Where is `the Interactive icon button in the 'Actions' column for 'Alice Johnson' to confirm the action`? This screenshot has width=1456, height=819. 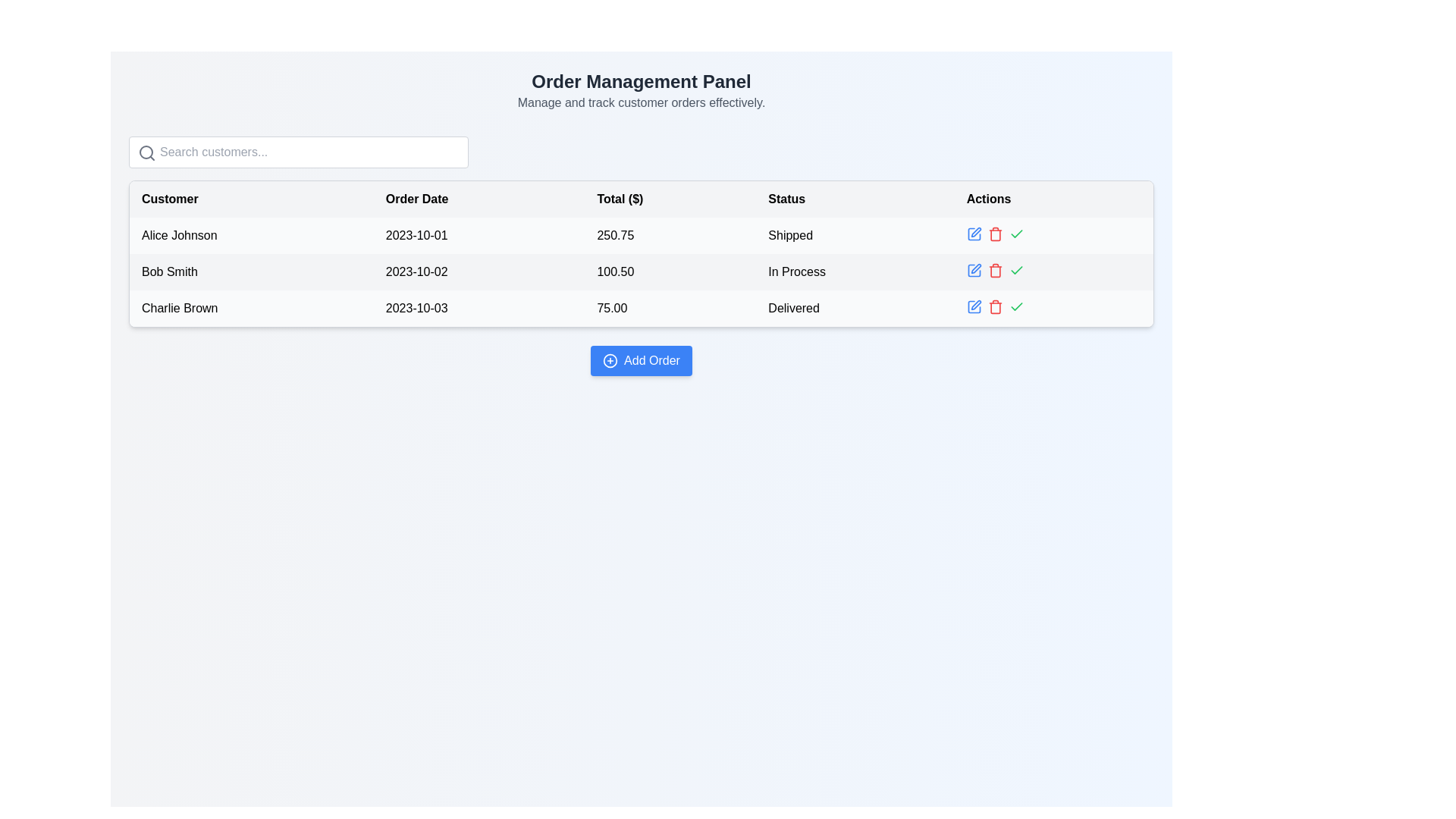
the Interactive icon button in the 'Actions' column for 'Alice Johnson' to confirm the action is located at coordinates (1015, 234).